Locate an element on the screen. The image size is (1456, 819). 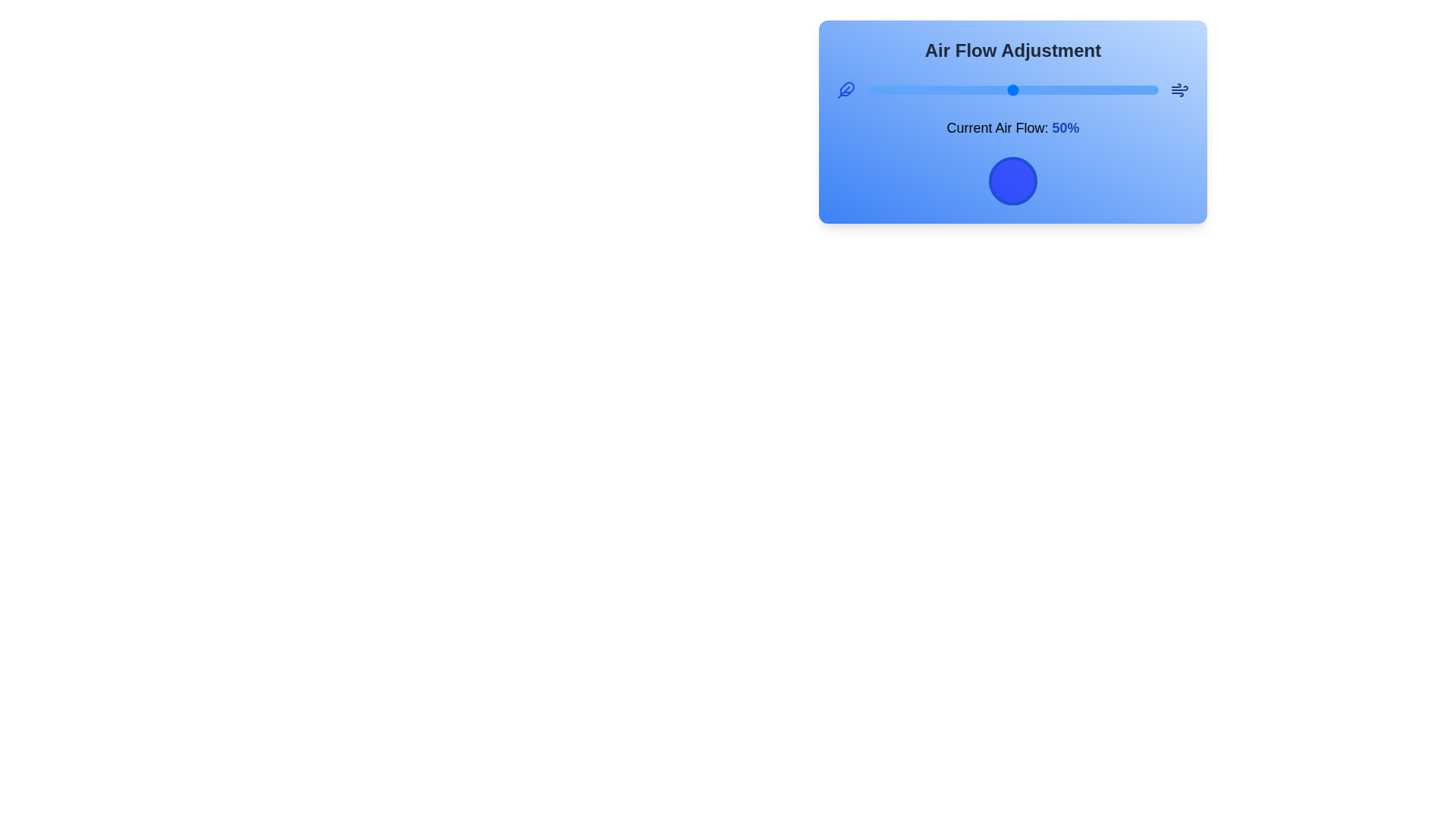
the airflow slider to 63% is located at coordinates (1050, 90).